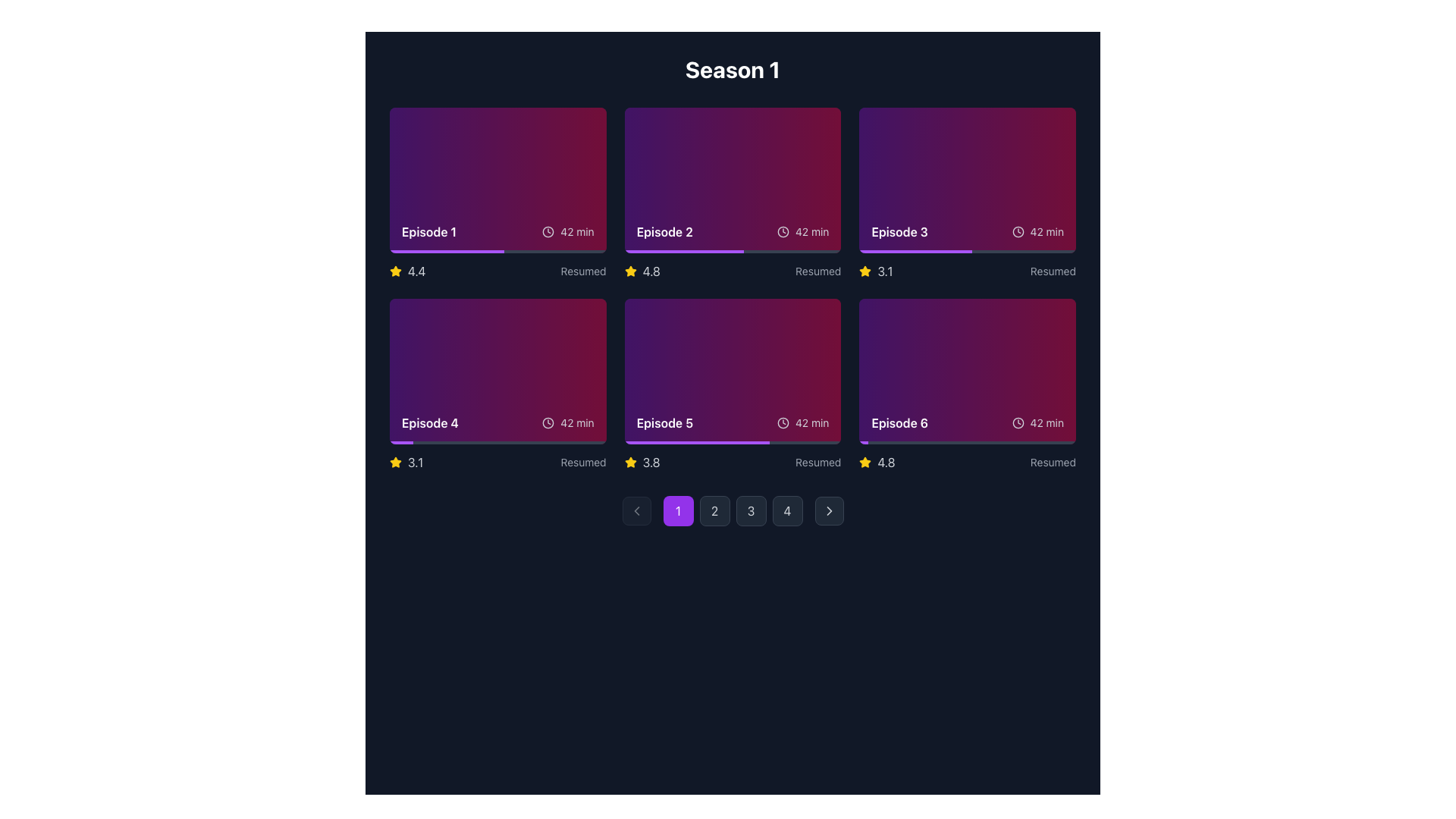 Image resolution: width=1456 pixels, height=819 pixels. Describe the element at coordinates (416, 271) in the screenshot. I see `the text label displaying the rating value for 'Episode 1', located below its thumbnail and next to a star icon` at that location.